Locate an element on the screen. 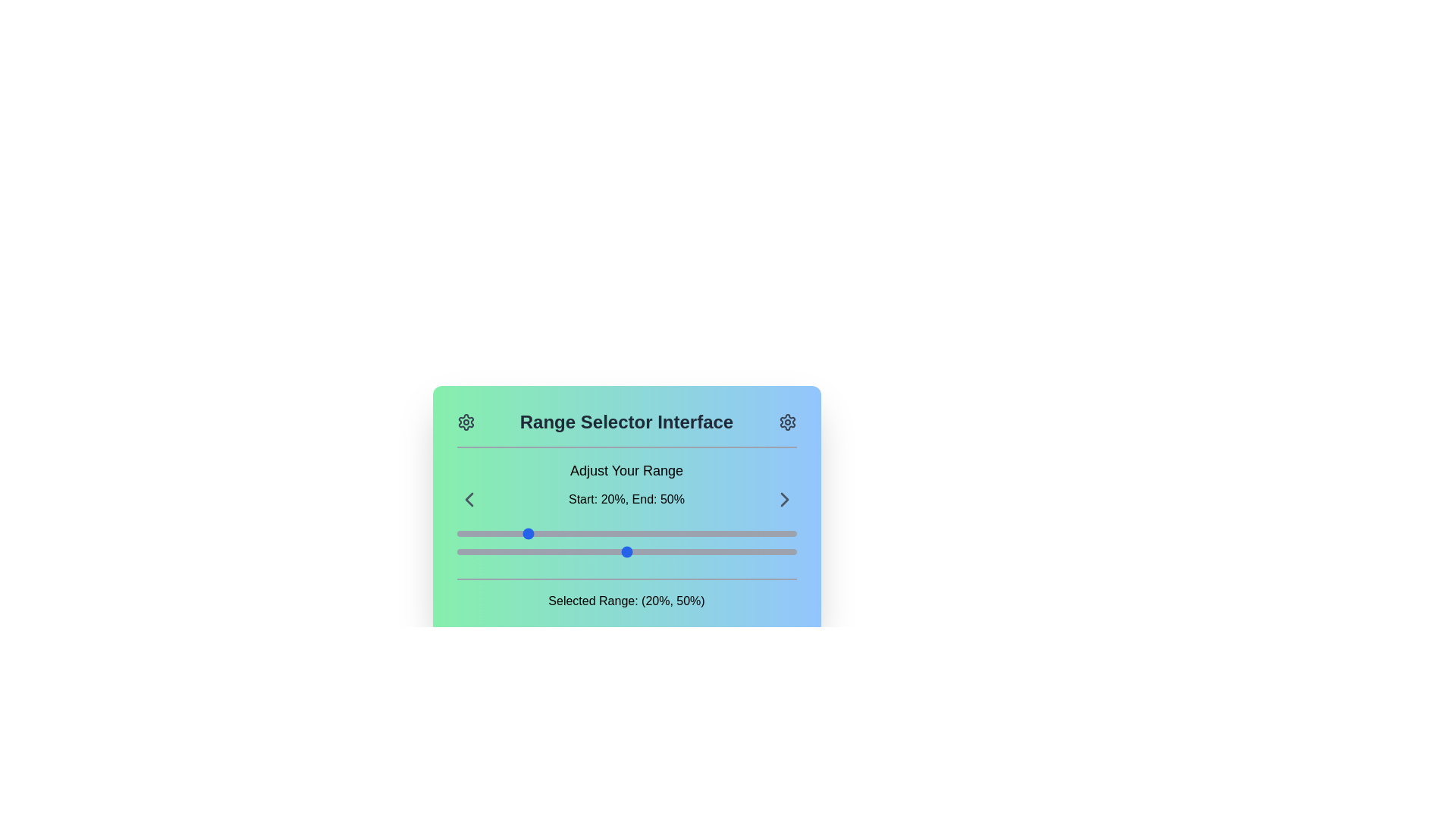  the settings icon located on the far left of the horizontal row in the top section of the interface, adjacent to the title text 'Range Selector Interface' is located at coordinates (787, 422).